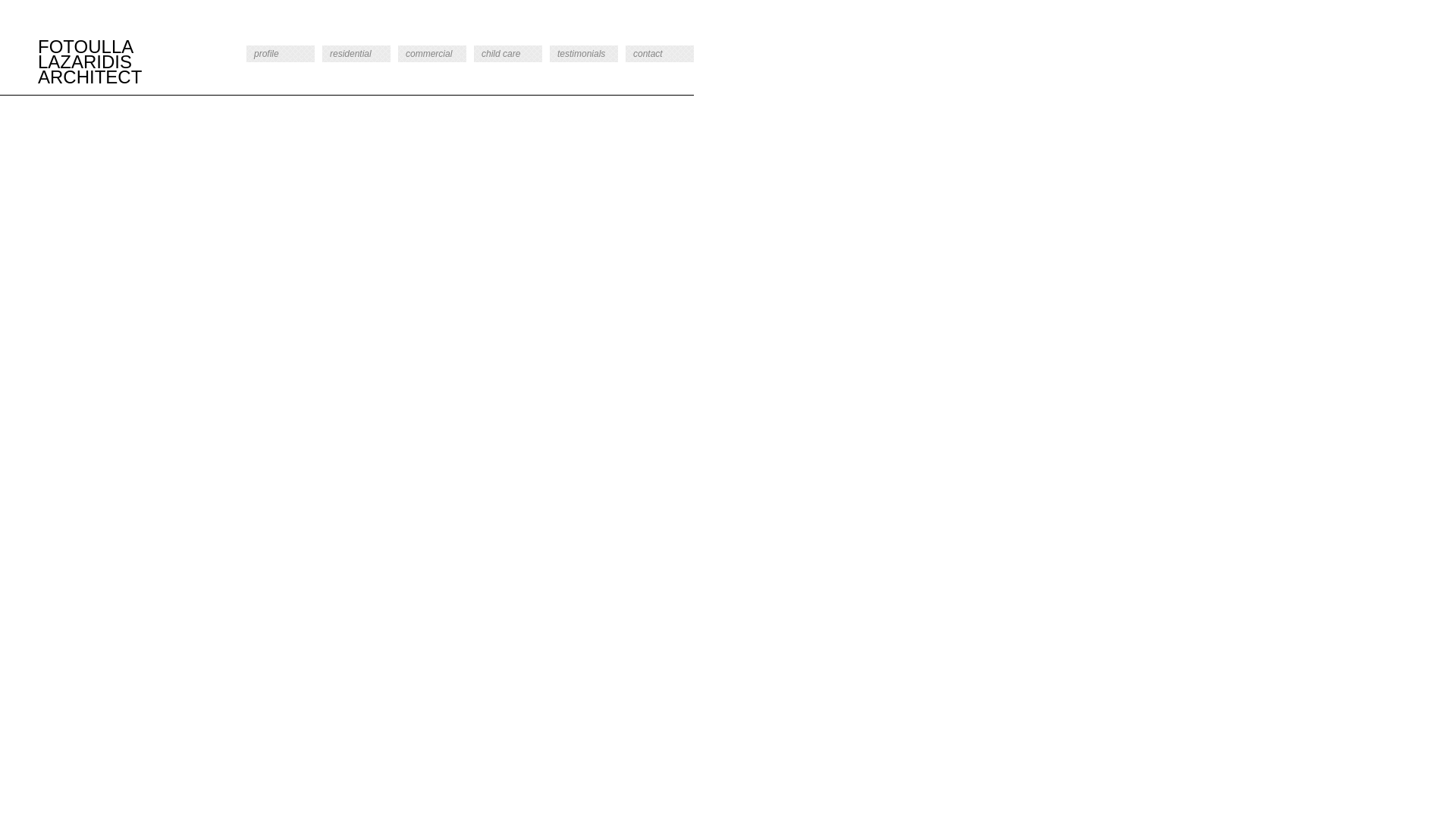 The height and width of the screenshot is (819, 1456). I want to click on 'commercial', so click(431, 52).